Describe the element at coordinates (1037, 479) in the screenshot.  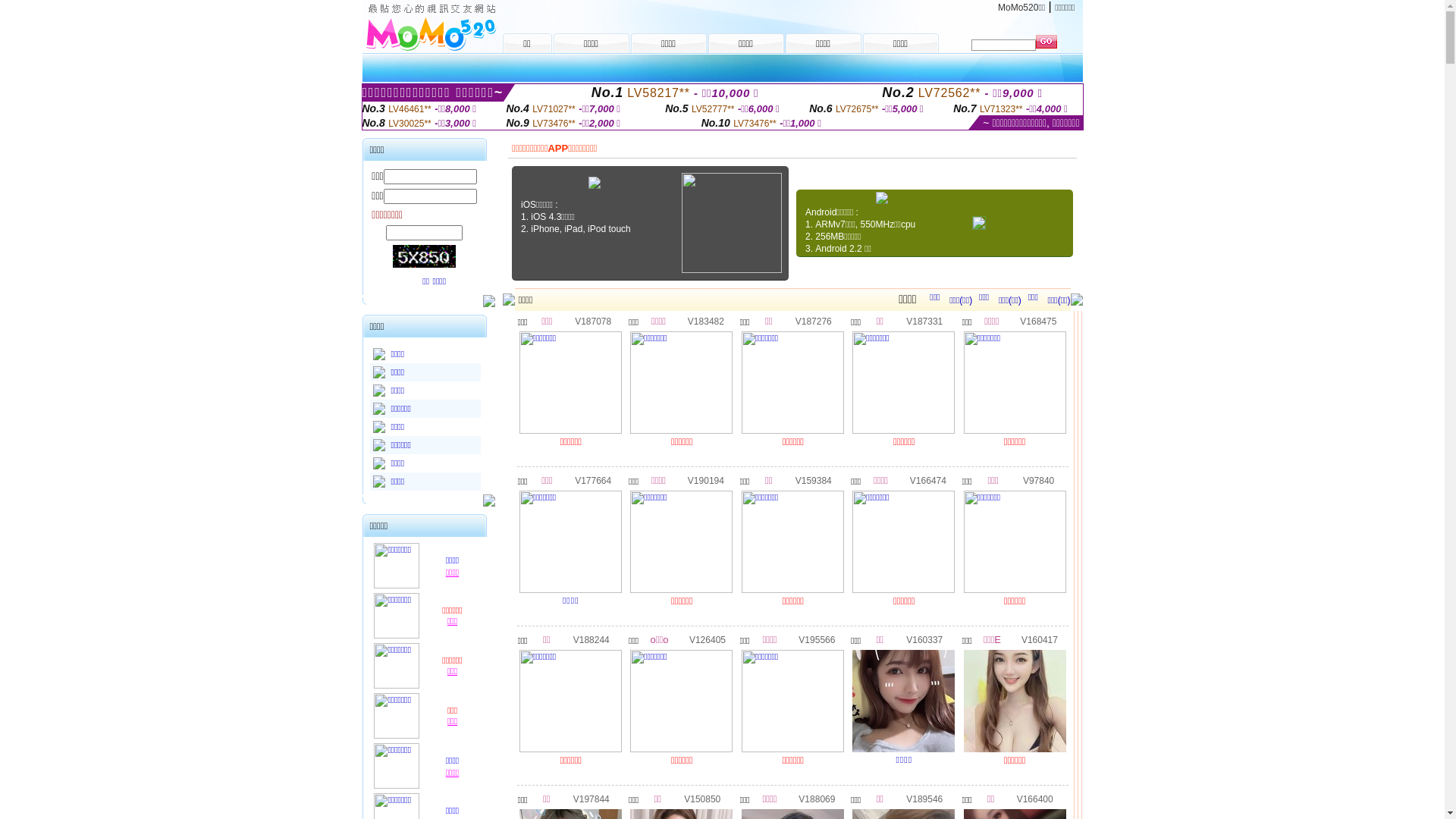
I see `'V97840'` at that location.